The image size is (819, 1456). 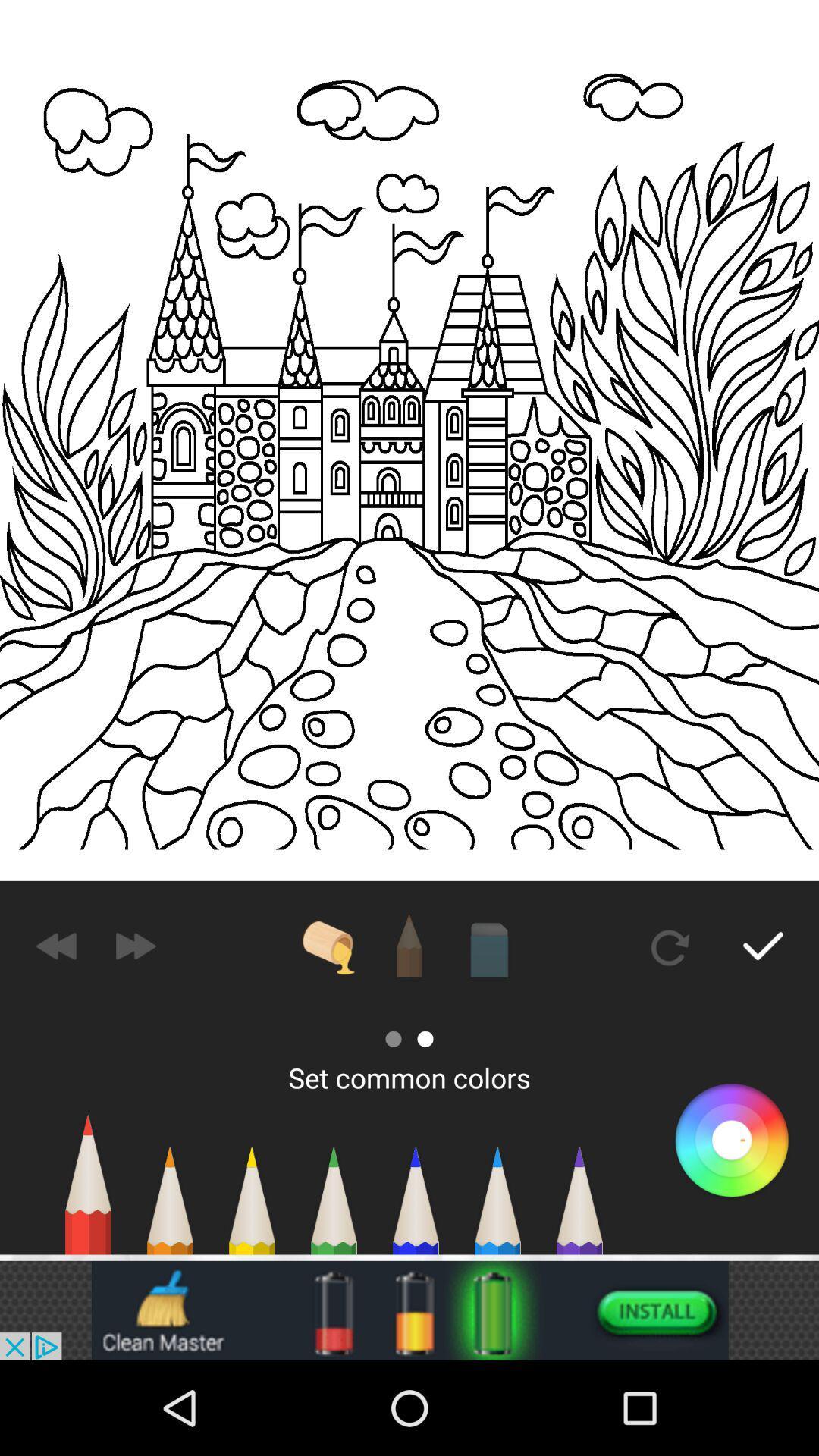 What do you see at coordinates (497, 1207) in the screenshot?
I see `the text blue pencil` at bounding box center [497, 1207].